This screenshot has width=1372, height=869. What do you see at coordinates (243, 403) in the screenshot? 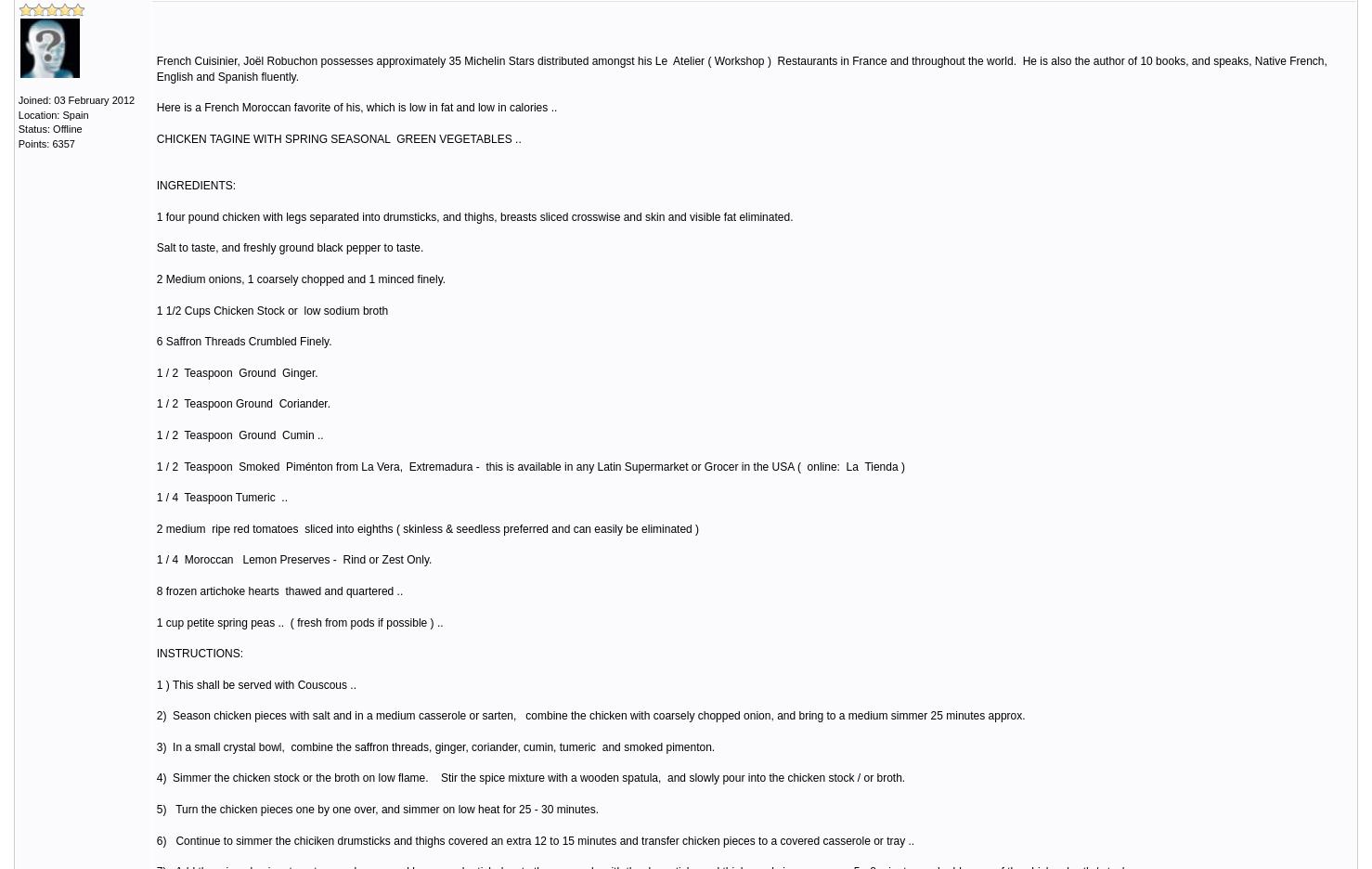
I see `'1 / 2  Teaspoon Ground  Coriander.'` at bounding box center [243, 403].